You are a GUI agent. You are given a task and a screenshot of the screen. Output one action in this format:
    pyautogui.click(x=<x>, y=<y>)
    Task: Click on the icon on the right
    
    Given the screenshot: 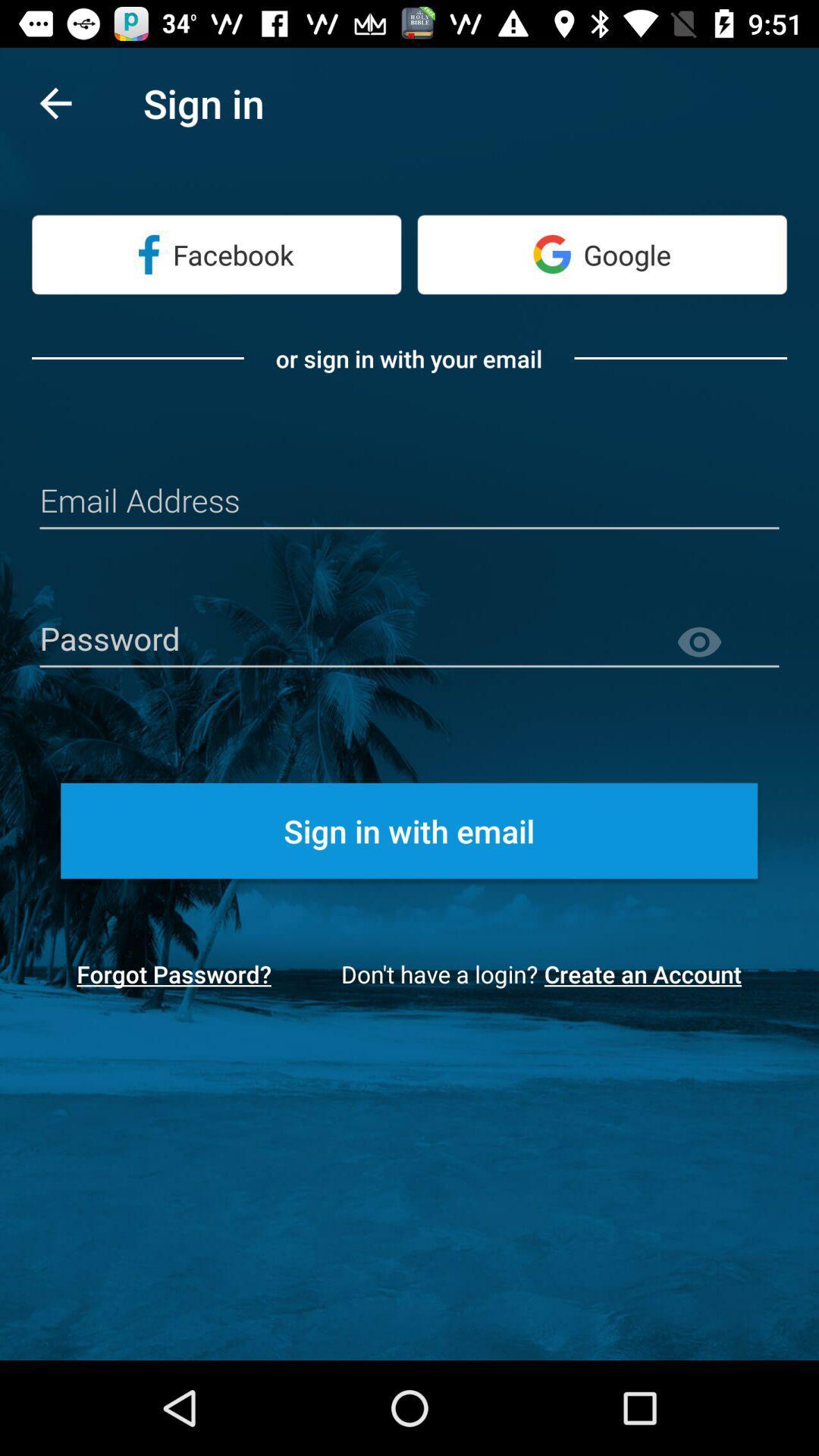 What is the action you would take?
    pyautogui.click(x=726, y=642)
    